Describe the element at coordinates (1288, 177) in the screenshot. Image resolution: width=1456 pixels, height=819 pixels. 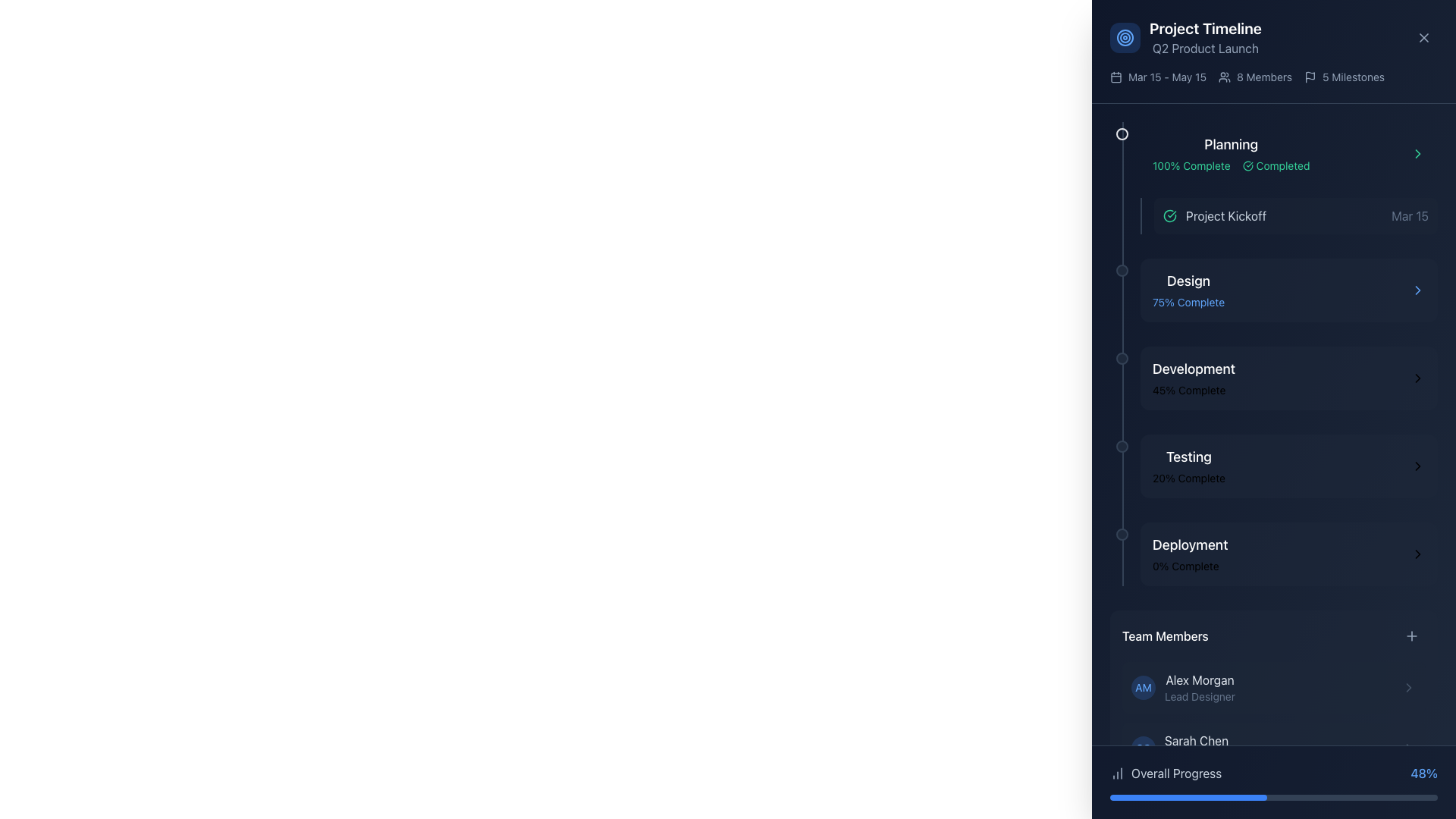
I see `the 'Planning' phase header in the project timeline` at that location.